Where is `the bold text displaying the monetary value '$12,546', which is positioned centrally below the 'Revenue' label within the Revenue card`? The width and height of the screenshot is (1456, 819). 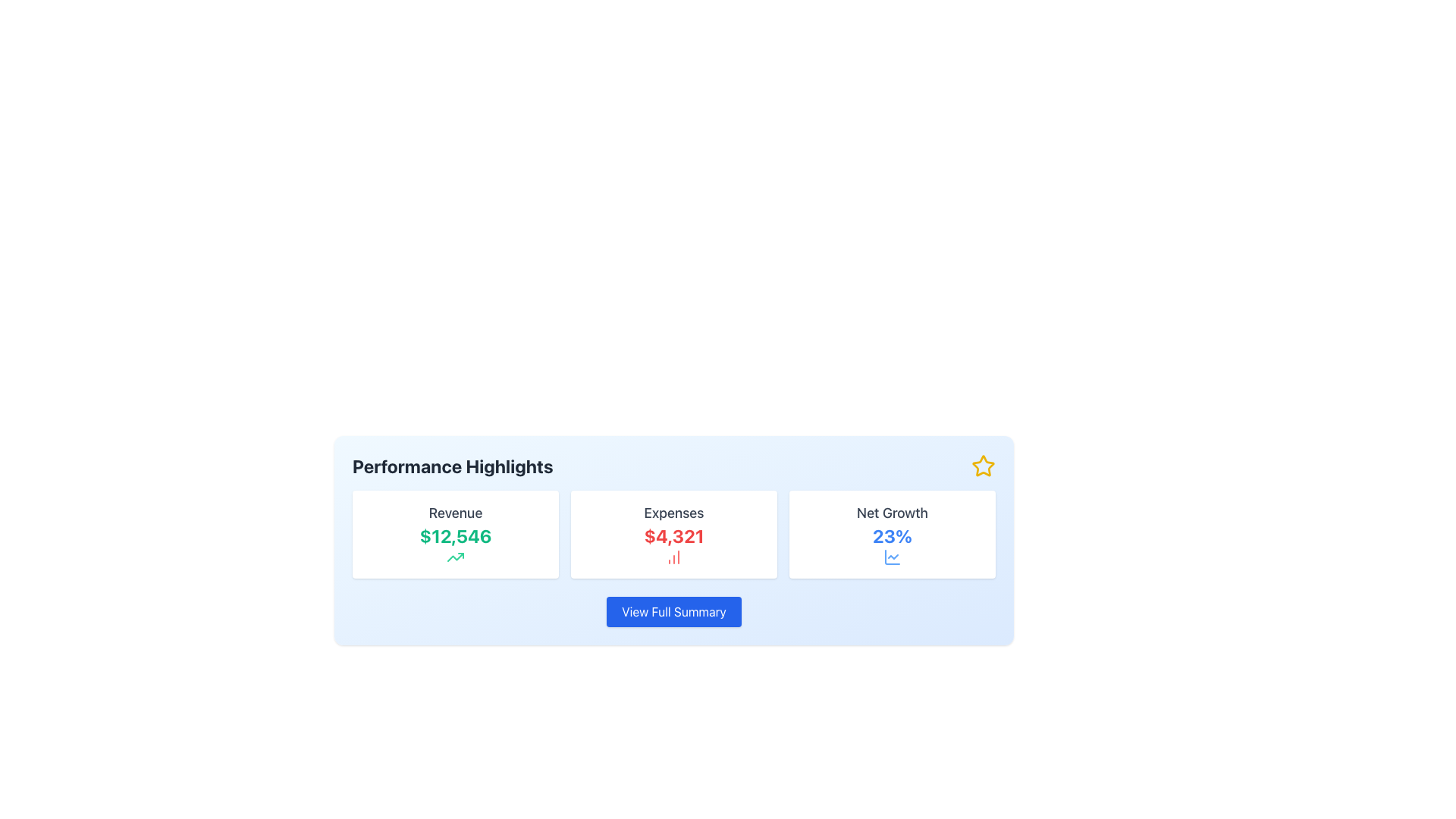 the bold text displaying the monetary value '$12,546', which is positioned centrally below the 'Revenue' label within the Revenue card is located at coordinates (454, 535).